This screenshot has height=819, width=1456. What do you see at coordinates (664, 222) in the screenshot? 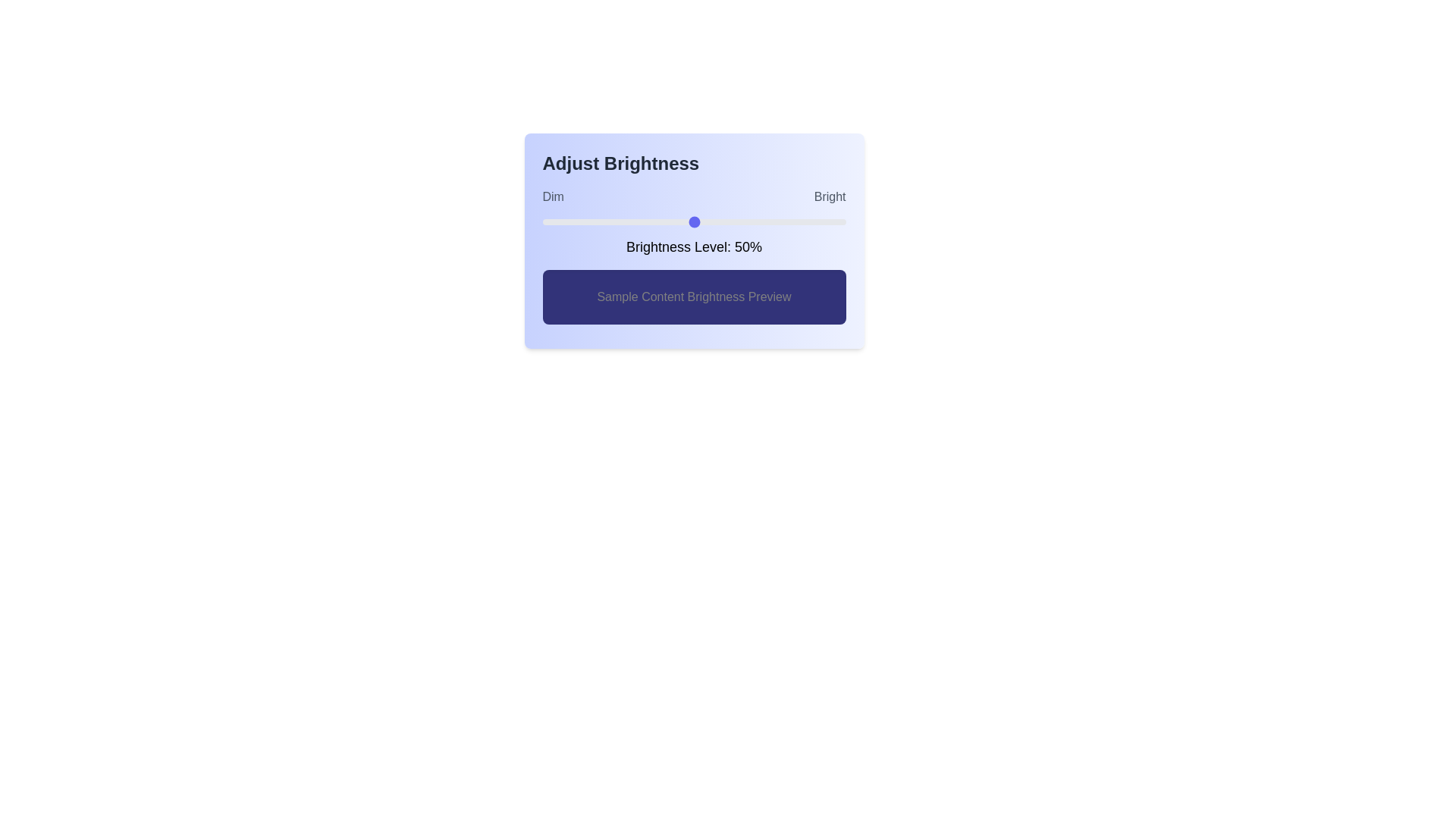
I see `the brightness level to 40% by dragging the slider` at bounding box center [664, 222].